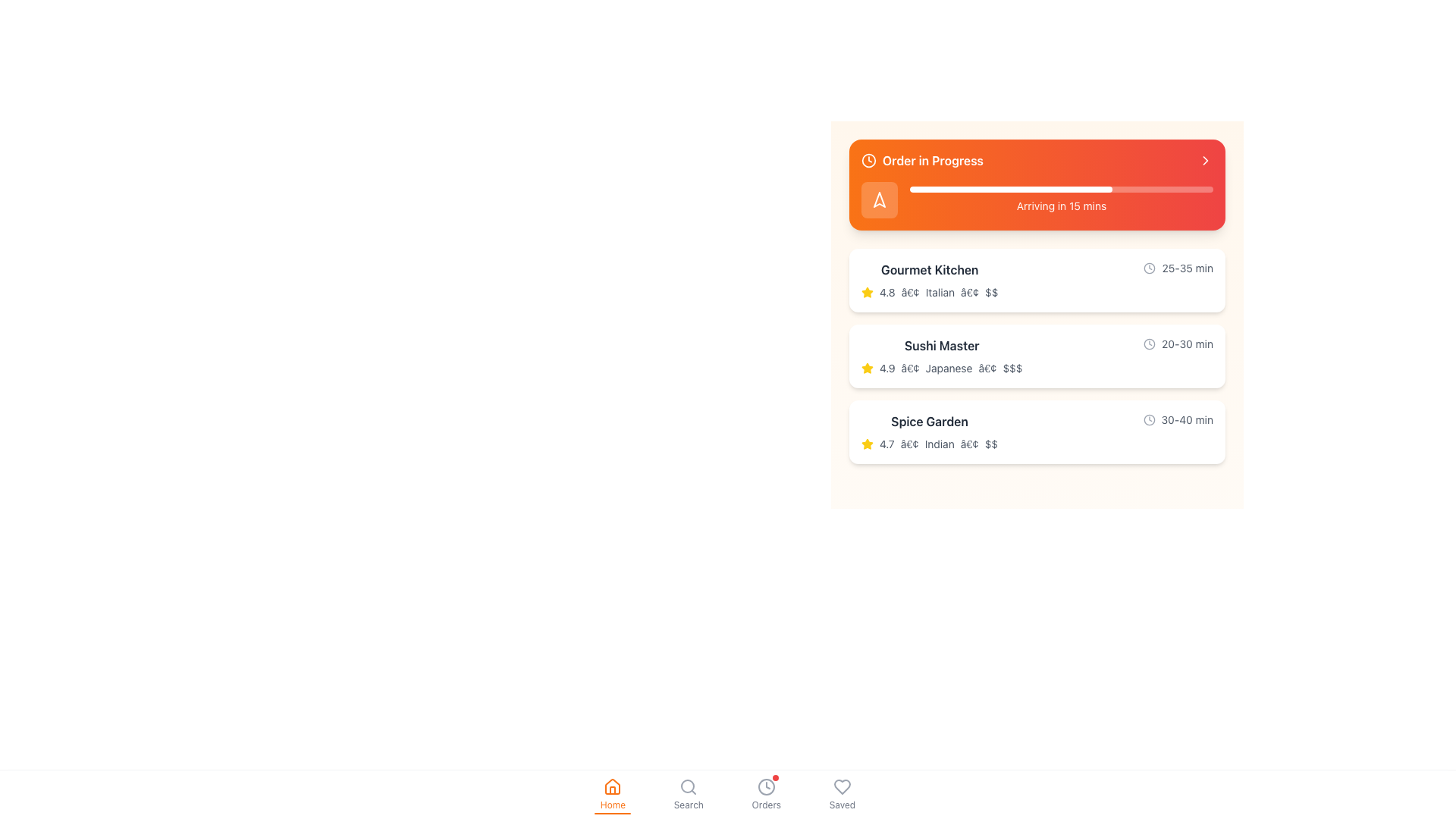 The height and width of the screenshot is (819, 1456). Describe the element at coordinates (1204, 161) in the screenshot. I see `the right-pointing chevron icon located in the top-right corner of the 'Order in Progress' header` at that location.